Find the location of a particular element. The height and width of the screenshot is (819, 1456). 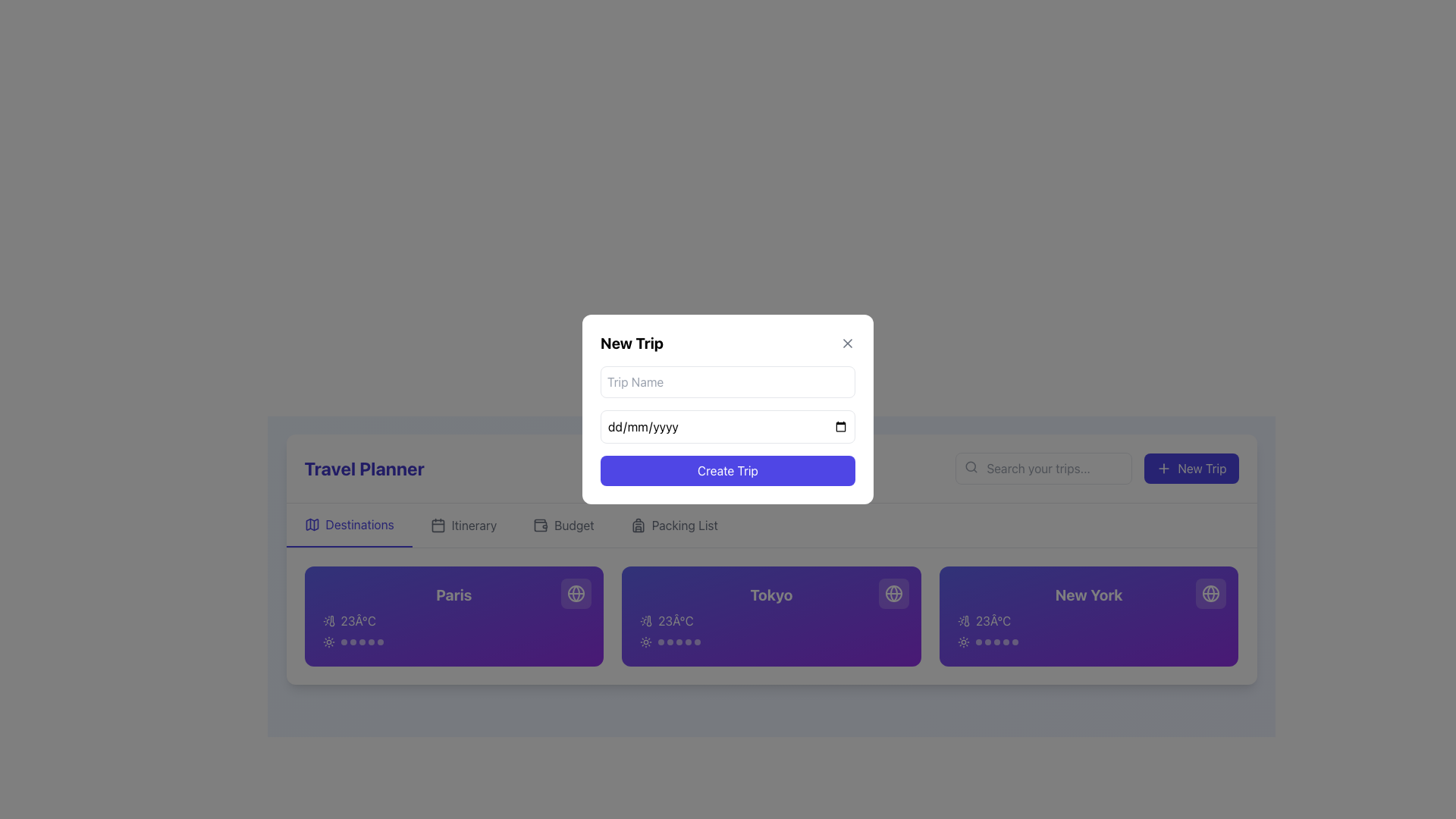

the globe icon located at the top-right corner of the 'Paris' destination card for further actions is located at coordinates (576, 593).